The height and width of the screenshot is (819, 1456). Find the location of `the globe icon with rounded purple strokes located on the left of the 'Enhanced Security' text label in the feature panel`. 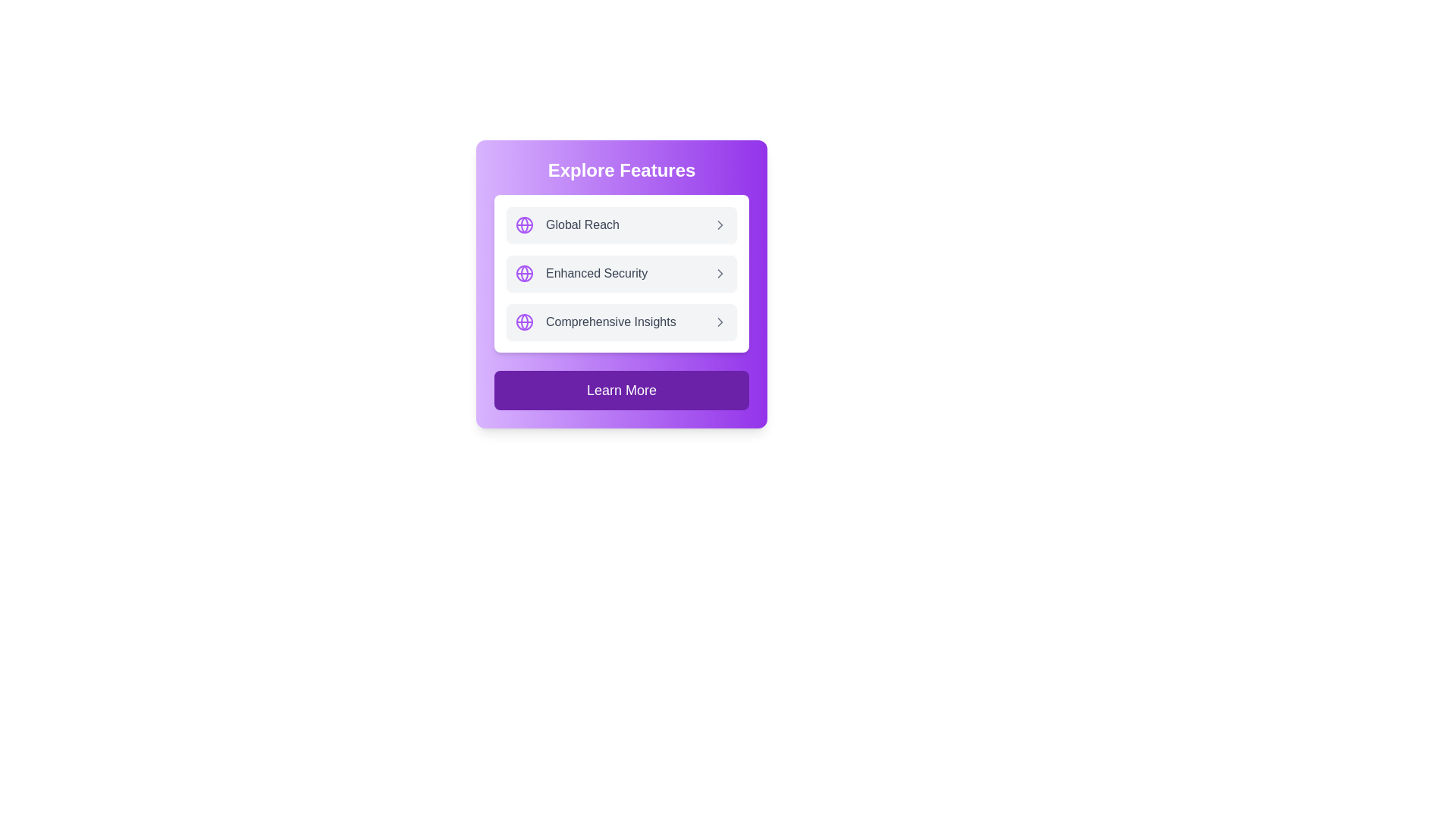

the globe icon with rounded purple strokes located on the left of the 'Enhanced Security' text label in the feature panel is located at coordinates (524, 274).